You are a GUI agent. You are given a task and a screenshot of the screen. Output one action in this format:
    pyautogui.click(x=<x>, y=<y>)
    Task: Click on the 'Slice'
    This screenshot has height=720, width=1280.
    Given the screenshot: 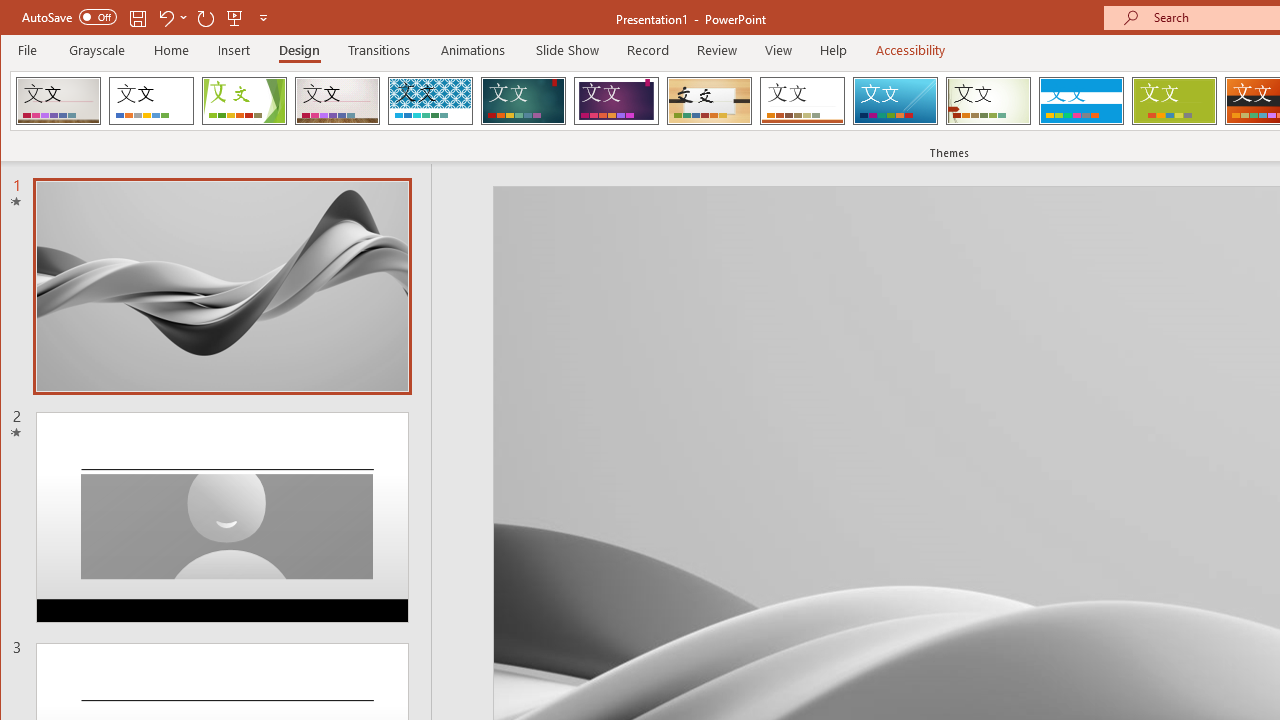 What is the action you would take?
    pyautogui.click(x=894, y=100)
    